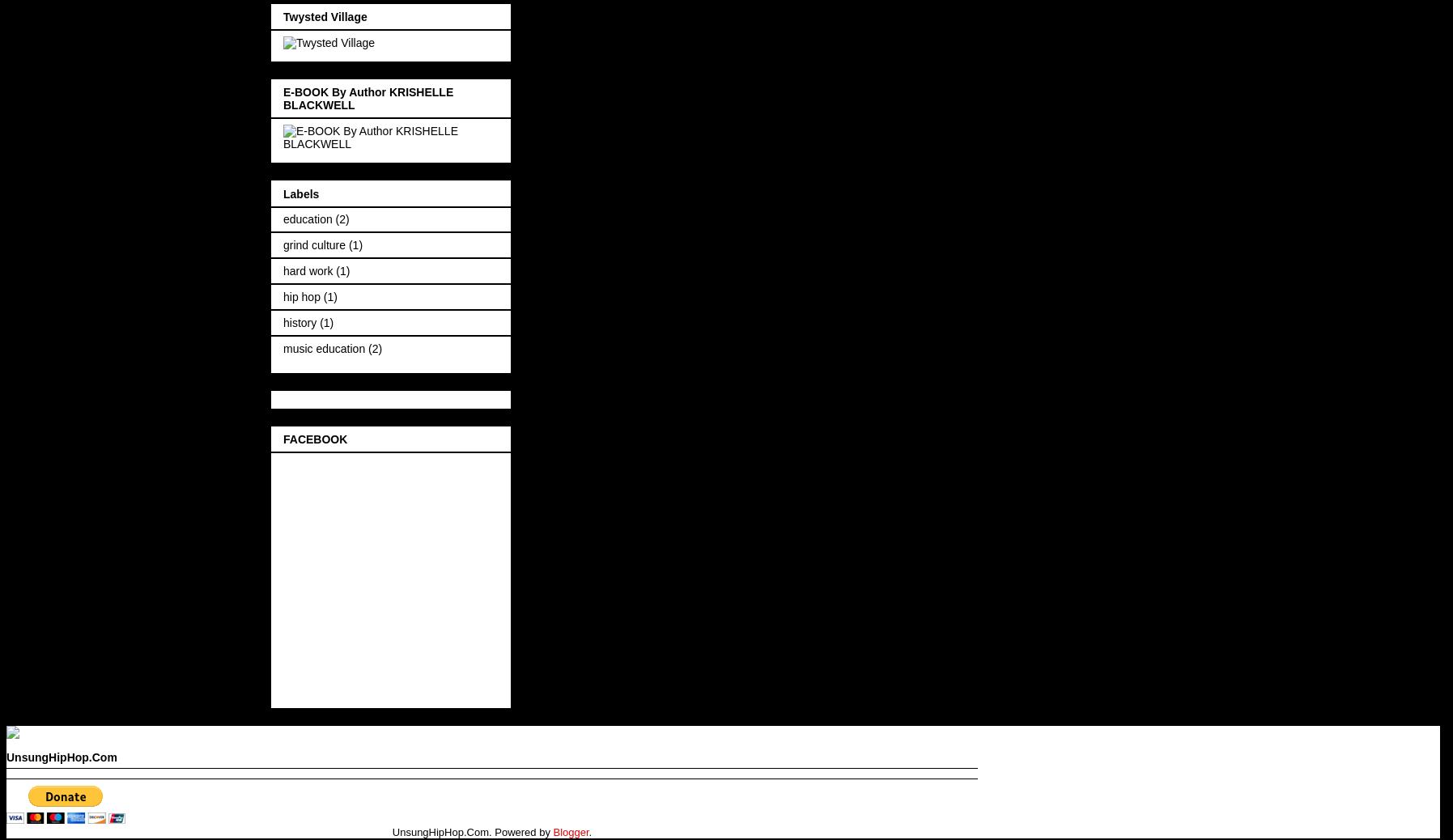 The image size is (1453, 840). What do you see at coordinates (6, 757) in the screenshot?
I see `'UnsungHipHop.Com'` at bounding box center [6, 757].